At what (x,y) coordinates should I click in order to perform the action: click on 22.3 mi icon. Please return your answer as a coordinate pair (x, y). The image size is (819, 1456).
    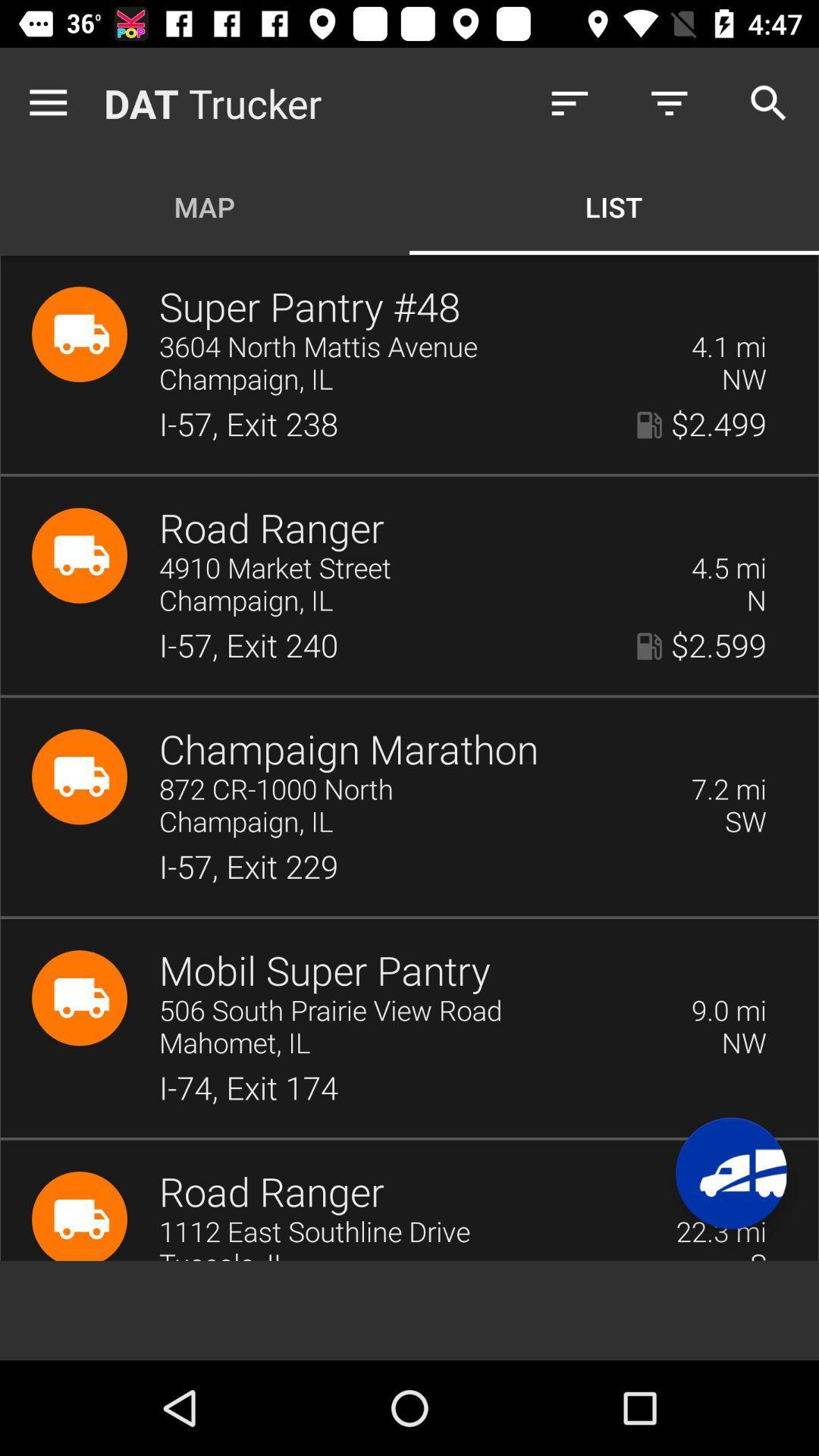
    Looking at the image, I should click on (720, 1232).